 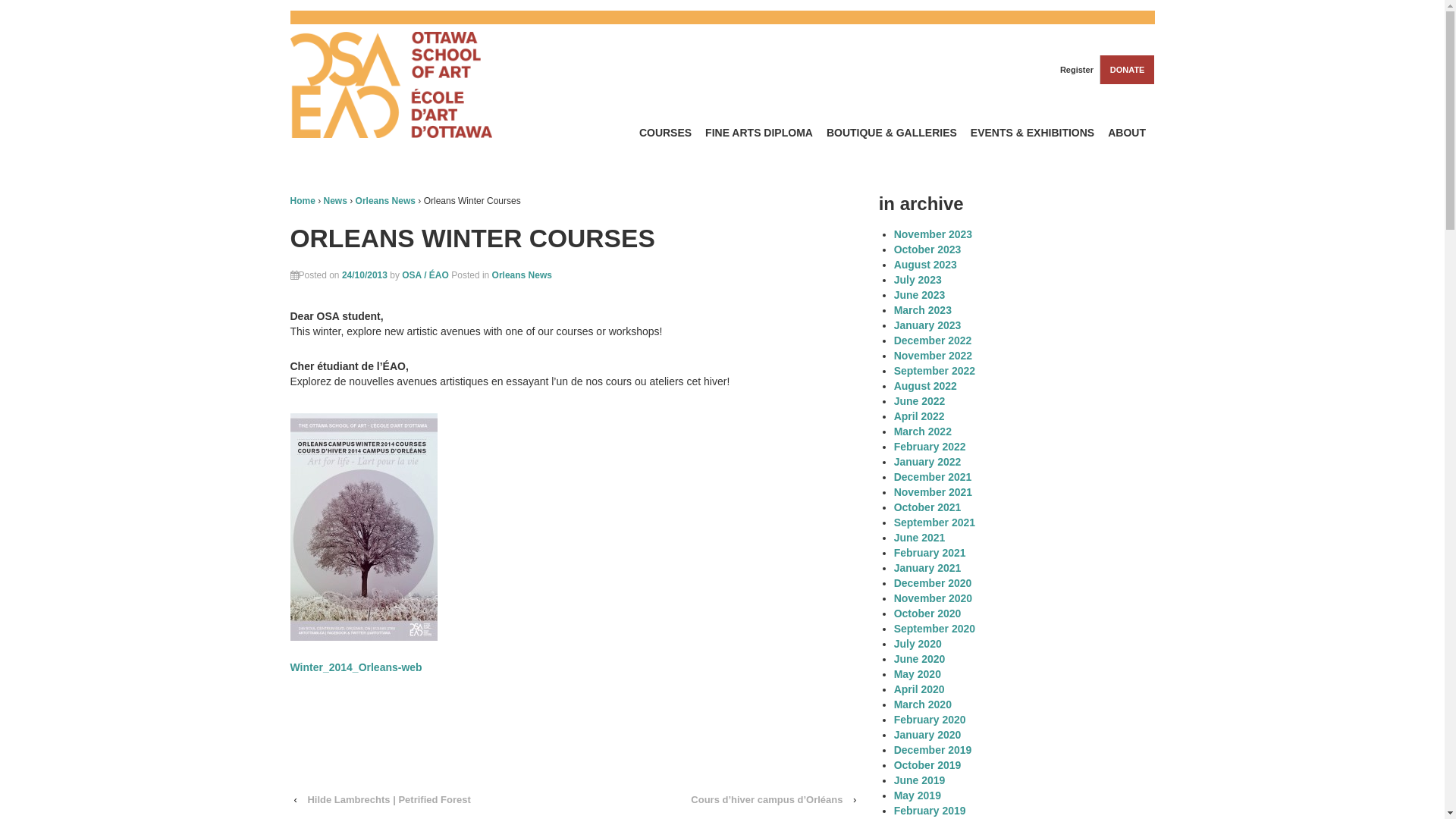 What do you see at coordinates (1127, 70) in the screenshot?
I see `'DONATE'` at bounding box center [1127, 70].